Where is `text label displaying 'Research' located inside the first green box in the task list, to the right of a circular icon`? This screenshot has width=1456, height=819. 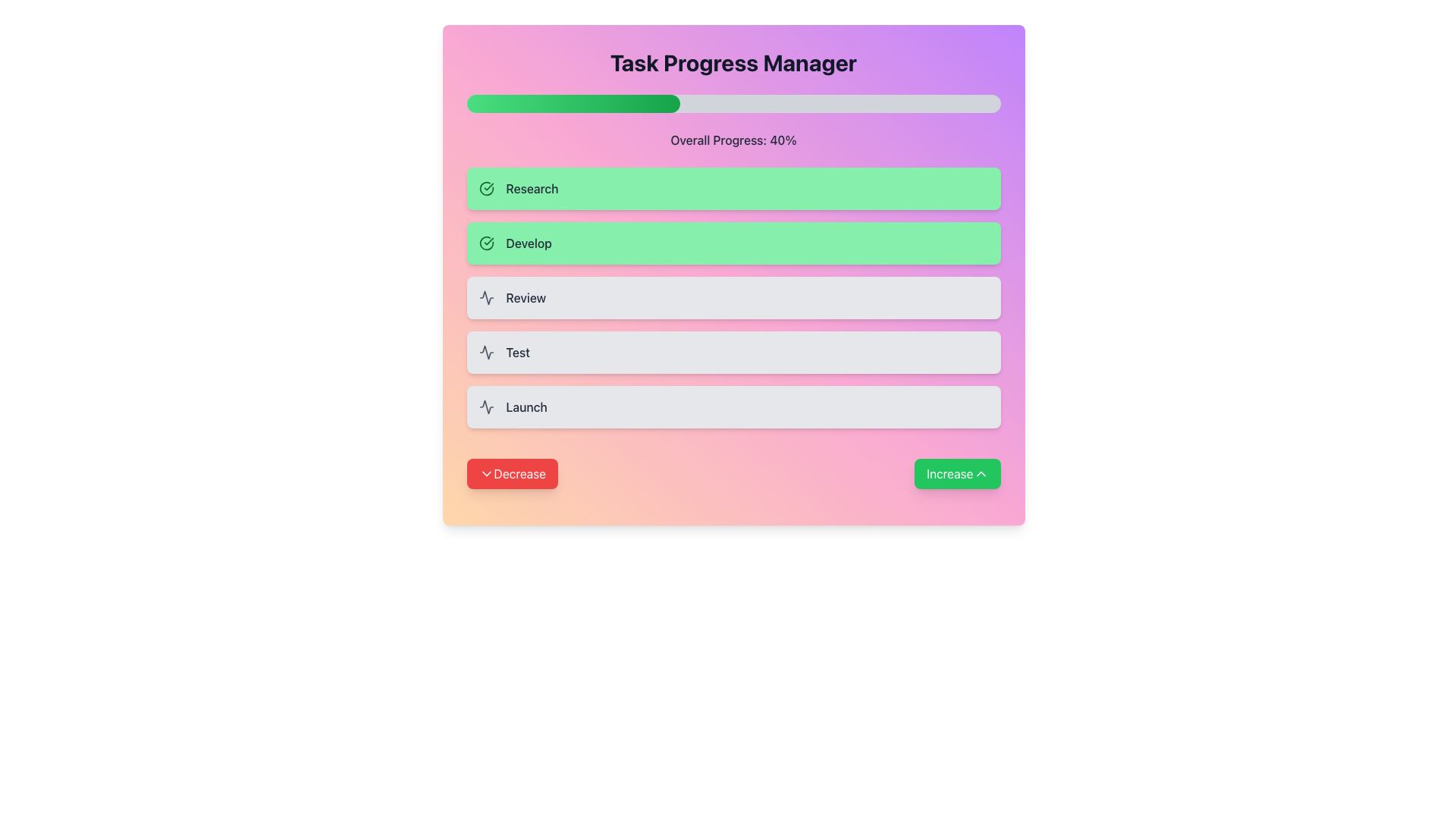 text label displaying 'Research' located inside the first green box in the task list, to the right of a circular icon is located at coordinates (532, 188).